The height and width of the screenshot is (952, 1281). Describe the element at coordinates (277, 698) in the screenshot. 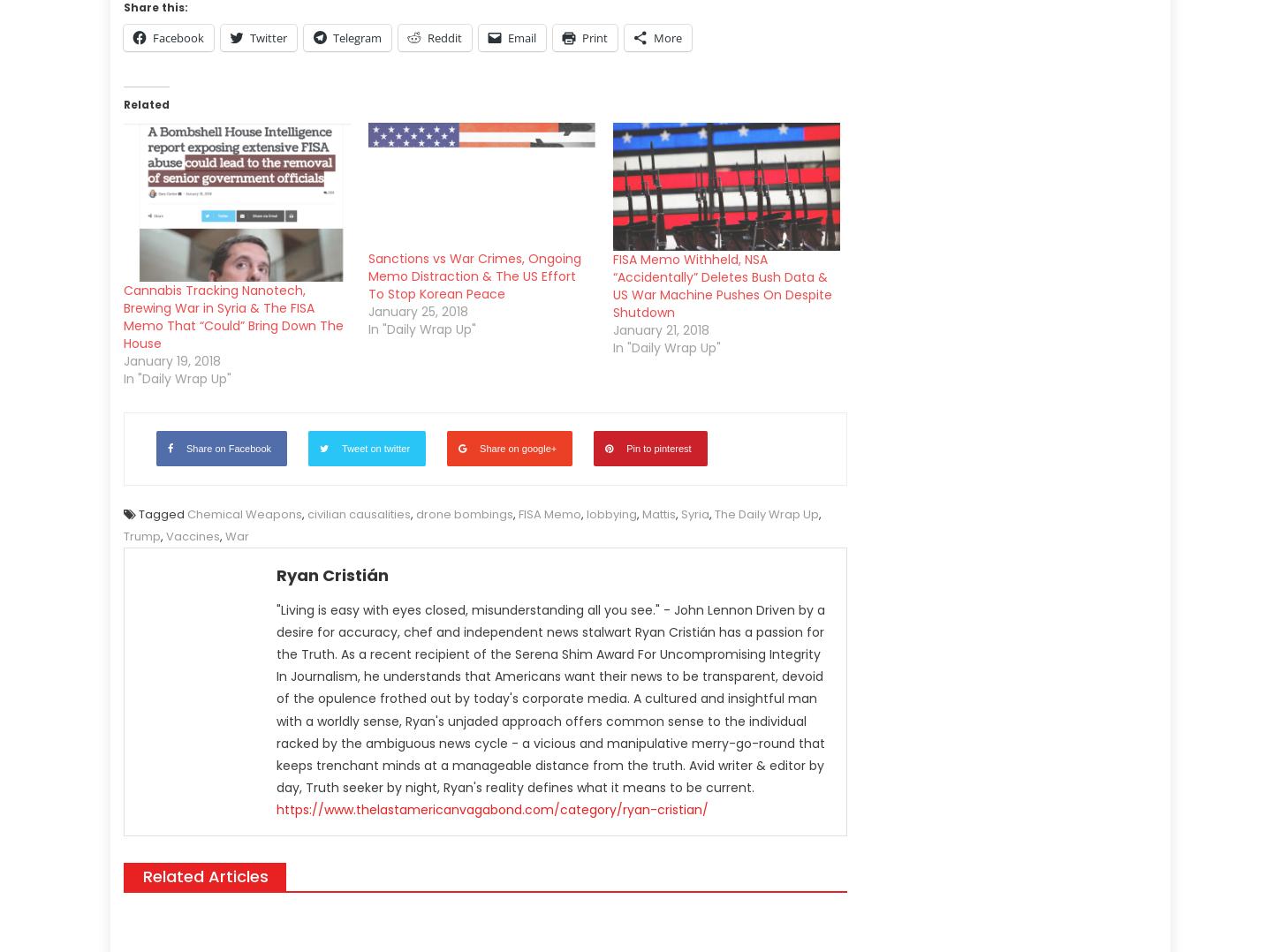

I see `'"Living is easy with eyes closed, misunderstanding all you see." - John Lennon Driven by a desire for accuracy, chef and independent news stalwart Ryan Cristián has a passion for the Truth. As a recent recipient of the Serena Shim Award For Uncompromising Integrity In Journalism, he understands that Americans want their news to be transparent, devoid of the opulence frothed out by today's corporate media. A cultured and insightful man with a worldly sense, Ryan's unjaded approach offers common sense to the individual racked by the ambiguous news cycle - a vicious and manipulative merry-go-round that keeps trenchant minds at a manageable distance from the truth. Avid writer & editor by day, Truth seeker by night, Ryan's reality defines what it means to be current.'` at that location.